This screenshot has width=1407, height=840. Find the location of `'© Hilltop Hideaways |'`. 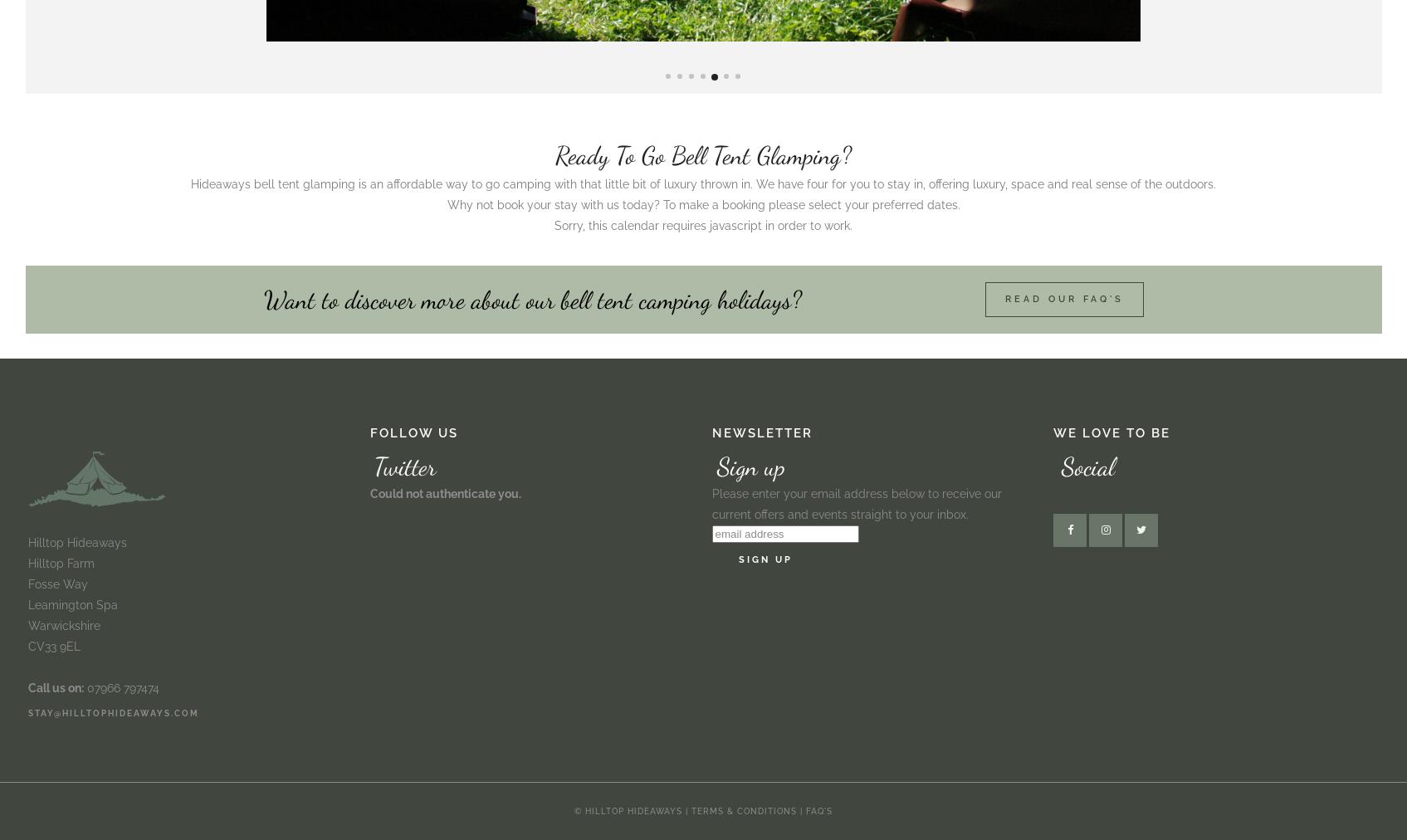

'© Hilltop Hideaways |' is located at coordinates (632, 811).